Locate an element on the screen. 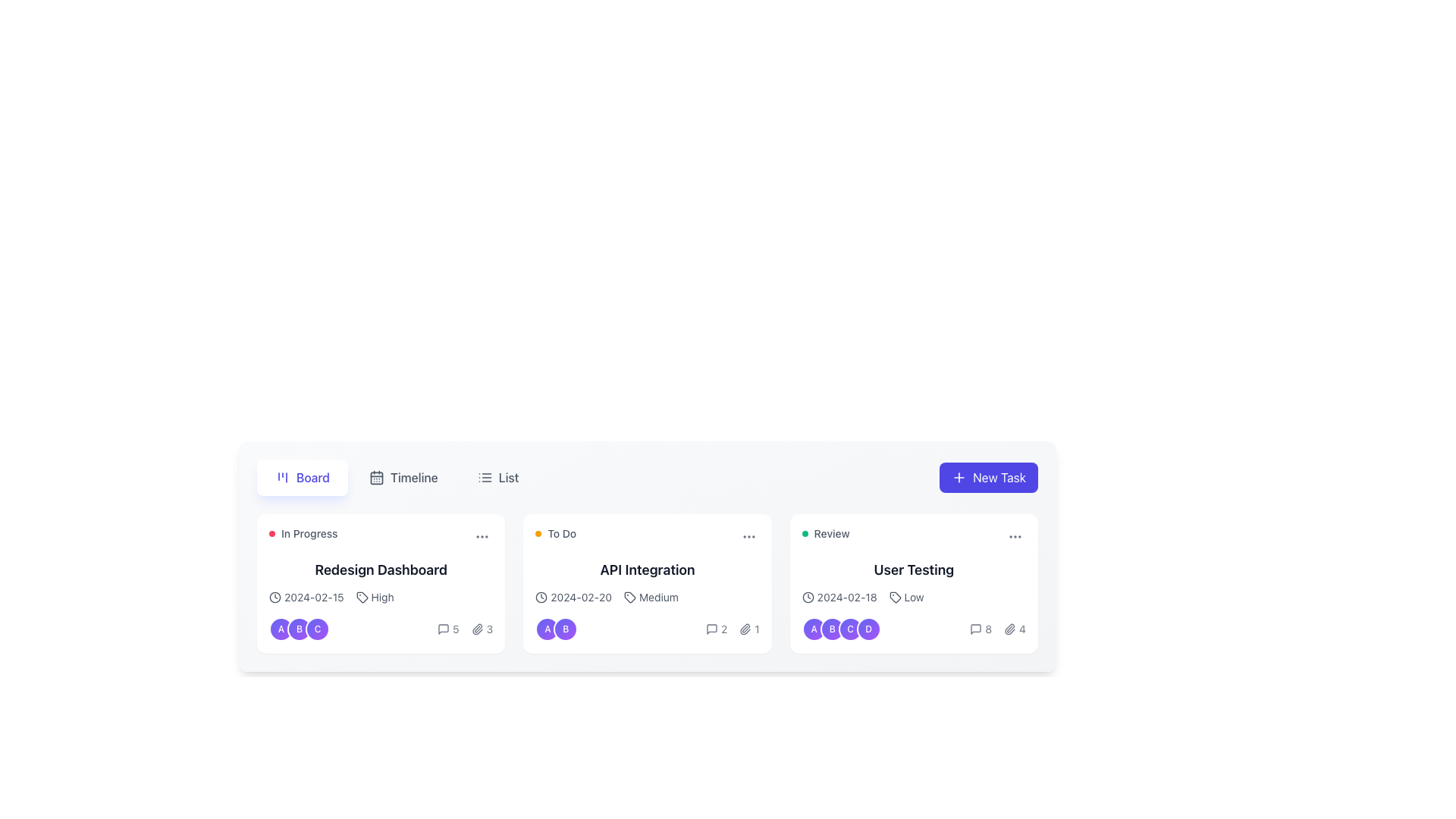 The width and height of the screenshot is (1456, 819). the text label displaying 'API Integration', which is a prominent heading in the 'To Do' card located in the center panel of the task management interface is located at coordinates (648, 570).